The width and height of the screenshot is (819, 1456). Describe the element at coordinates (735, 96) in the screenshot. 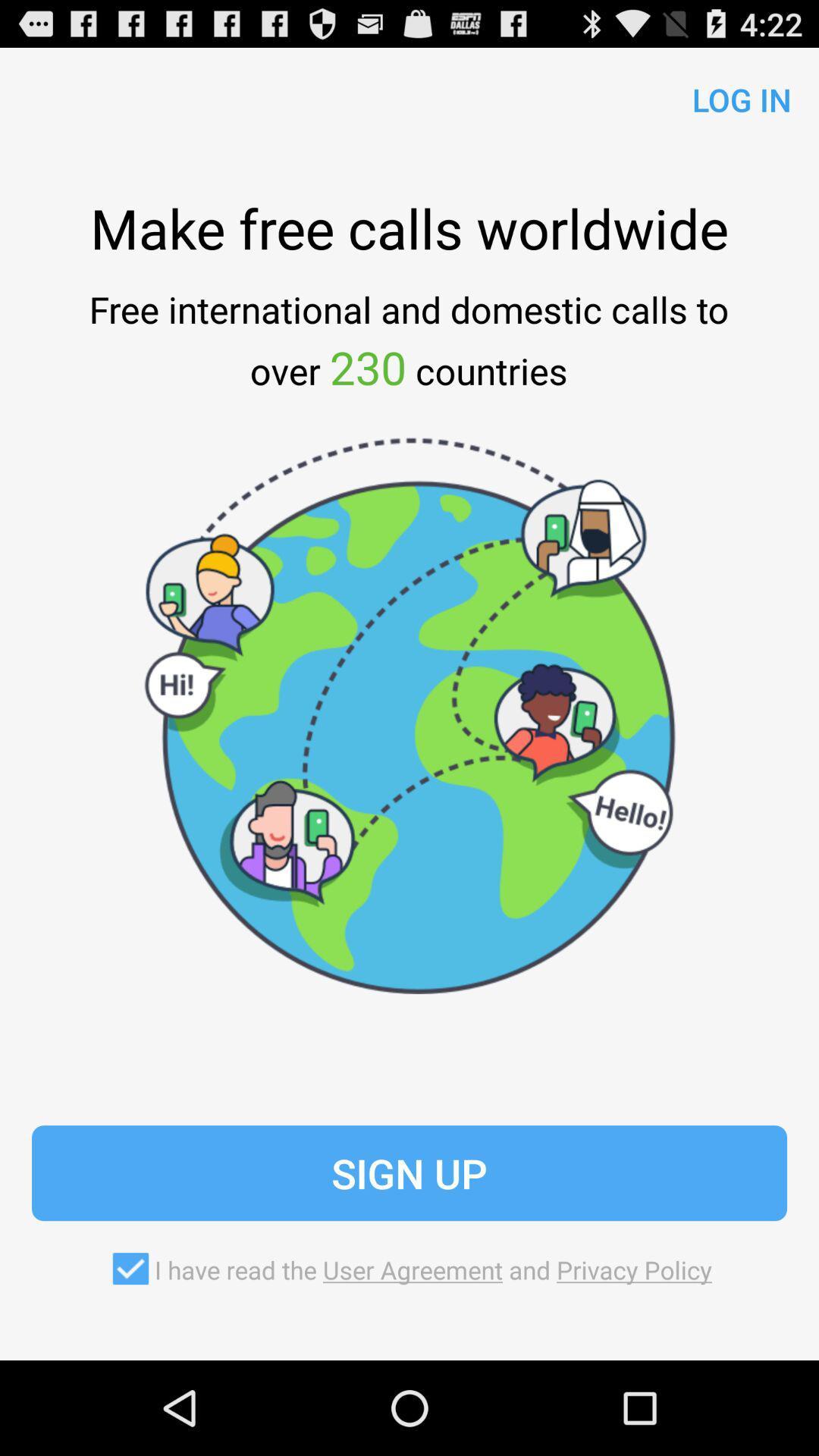

I see `item at the top right corner` at that location.